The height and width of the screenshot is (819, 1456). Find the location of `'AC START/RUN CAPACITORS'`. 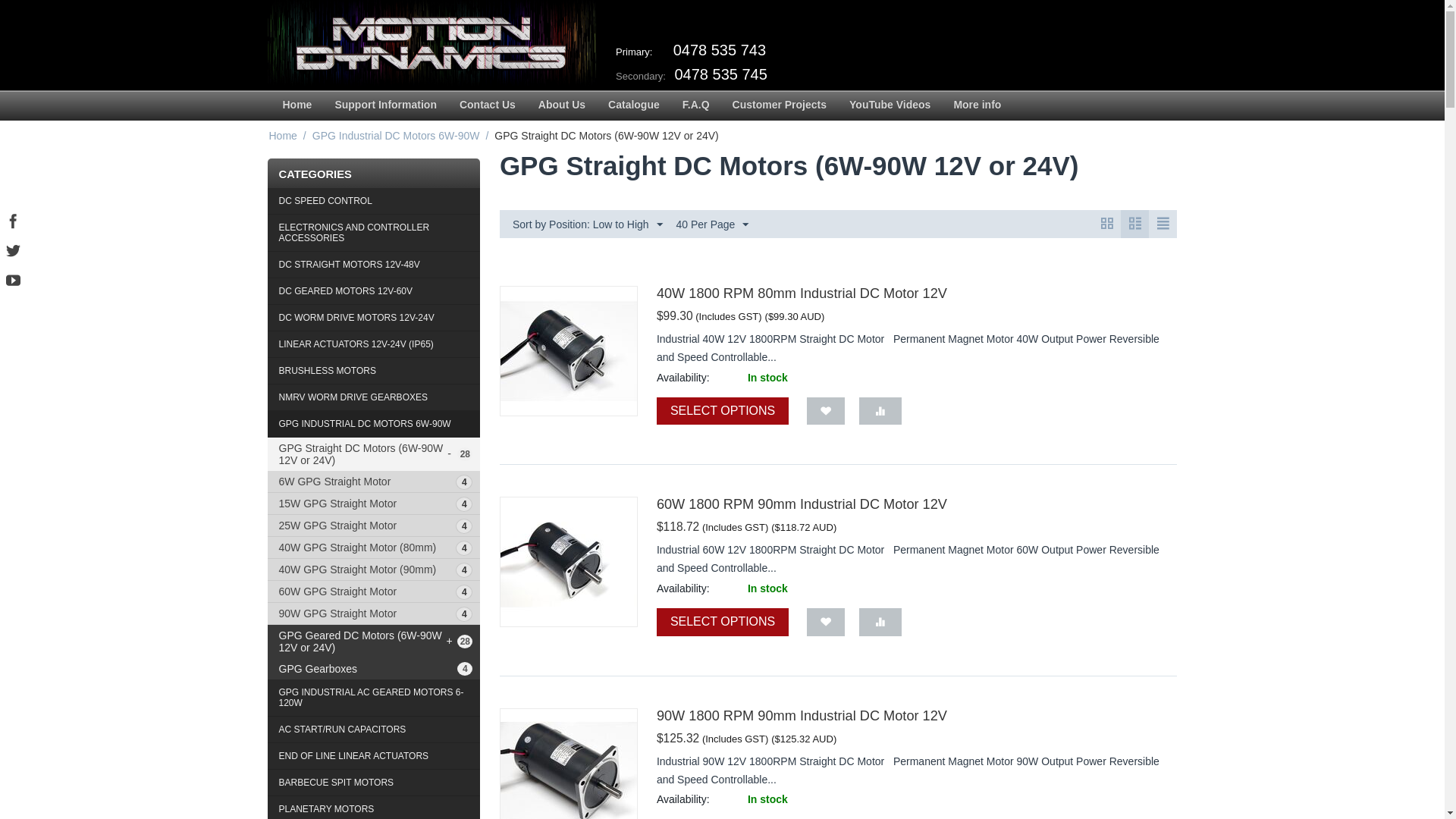

'AC START/RUN CAPACITORS' is located at coordinates (373, 729).